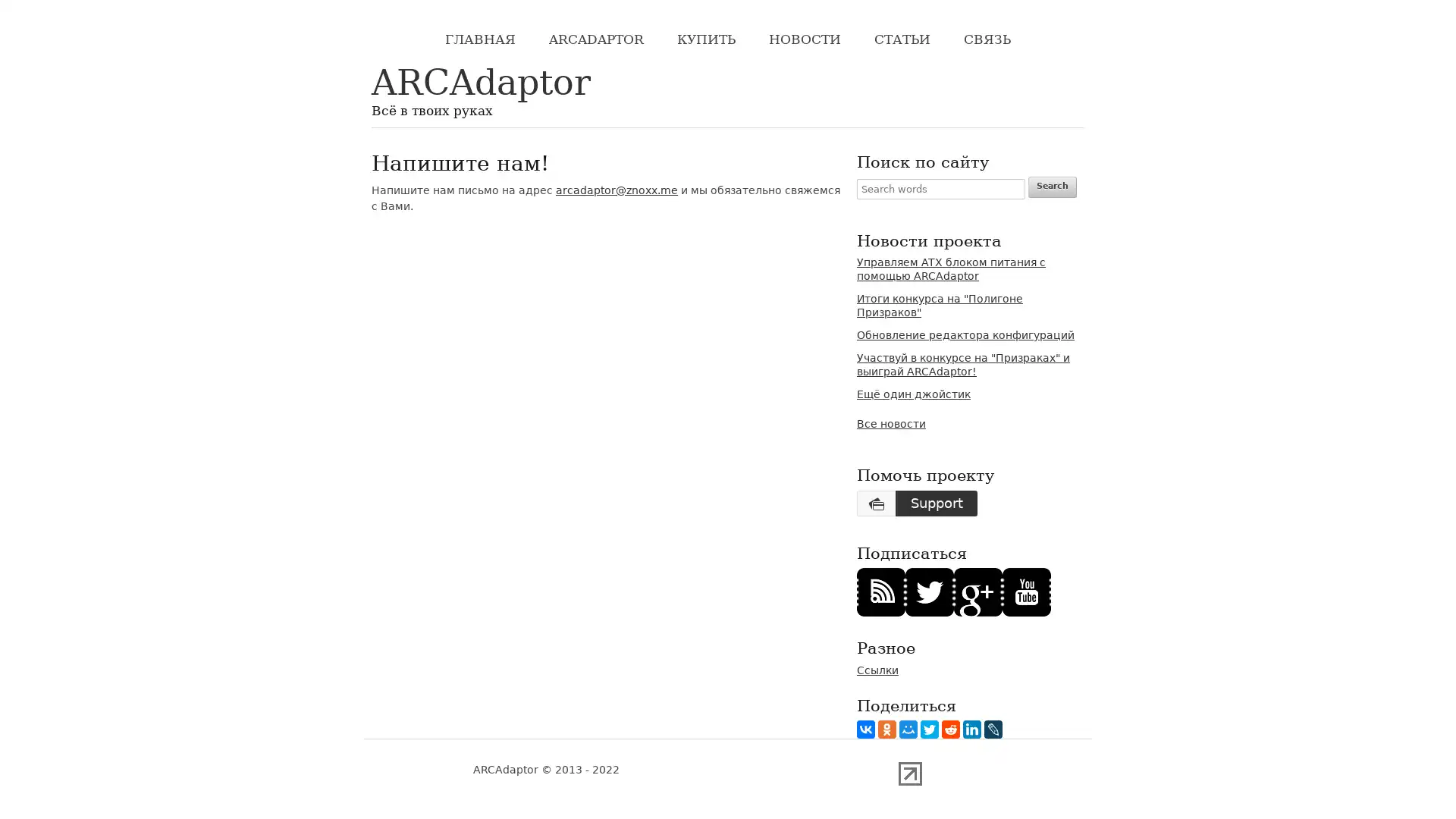 The width and height of the screenshot is (1456, 819). Describe the element at coordinates (1051, 186) in the screenshot. I see `Search` at that location.